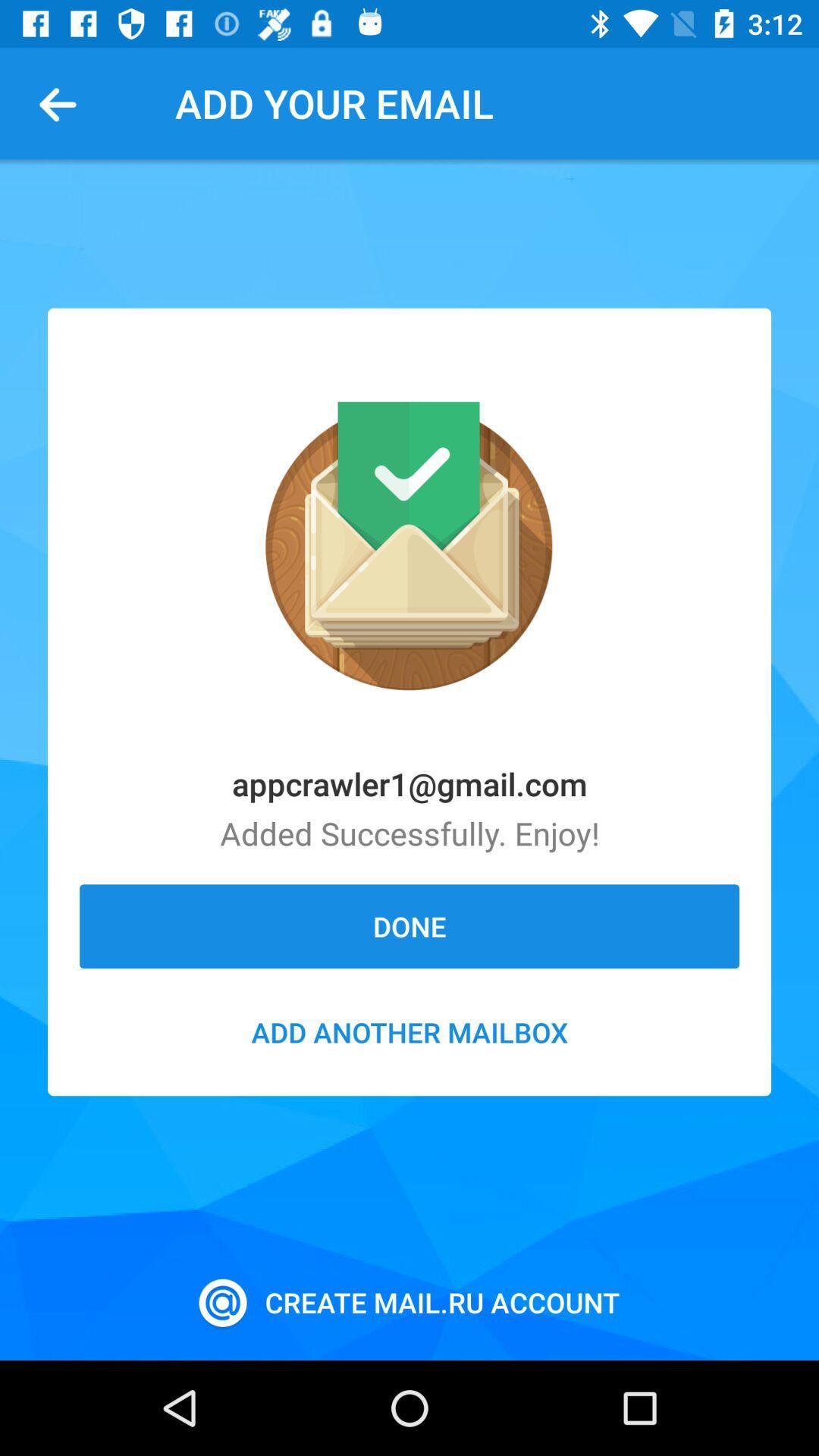 This screenshot has height=1456, width=819. What do you see at coordinates (409, 925) in the screenshot?
I see `the icon below added successfully. enjoy!` at bounding box center [409, 925].